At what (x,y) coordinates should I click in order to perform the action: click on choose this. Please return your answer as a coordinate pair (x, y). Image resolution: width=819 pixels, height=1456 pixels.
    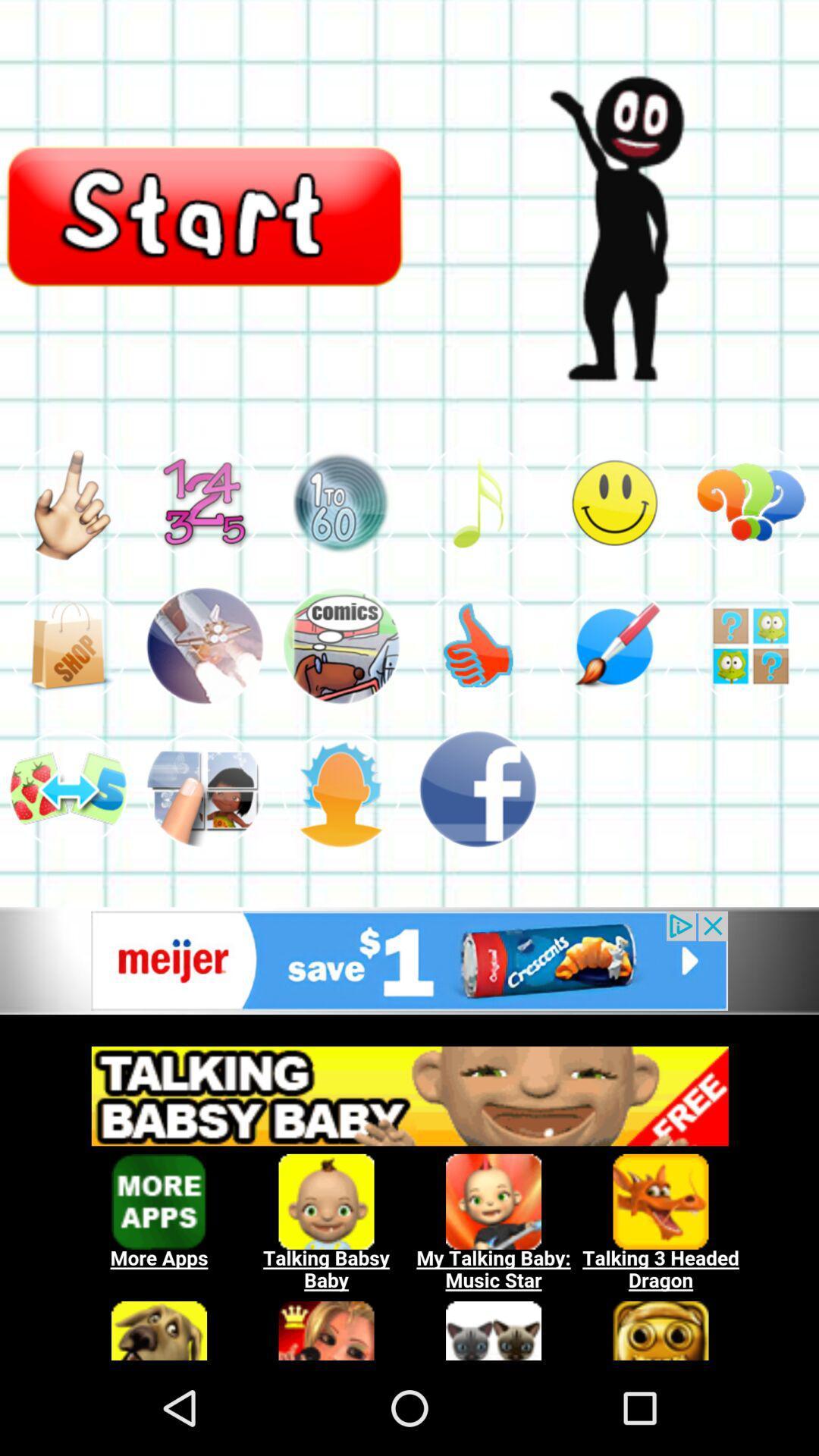
    Looking at the image, I should click on (614, 502).